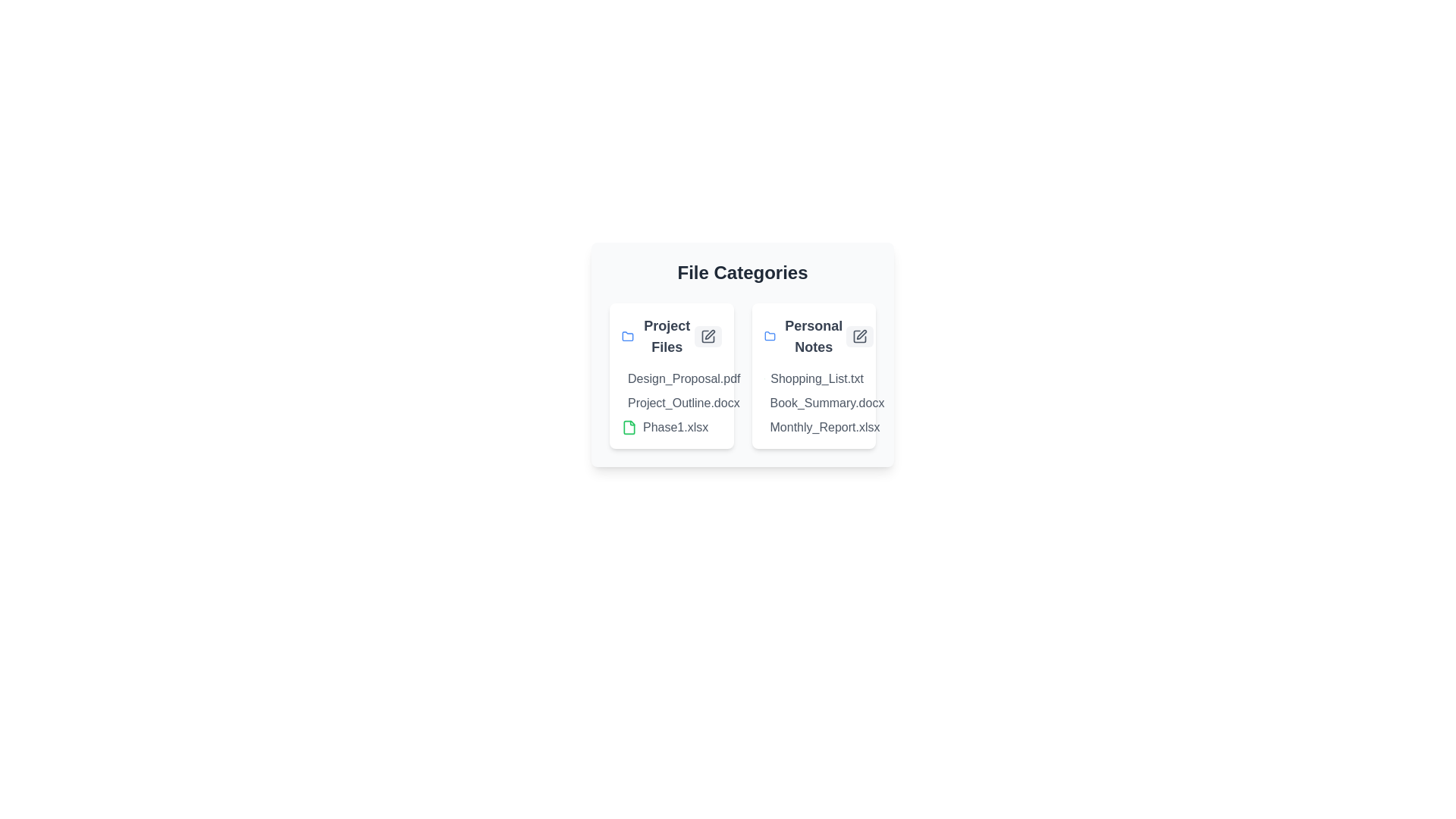  What do you see at coordinates (770, 378) in the screenshot?
I see `the document Shopping_List.txt` at bounding box center [770, 378].